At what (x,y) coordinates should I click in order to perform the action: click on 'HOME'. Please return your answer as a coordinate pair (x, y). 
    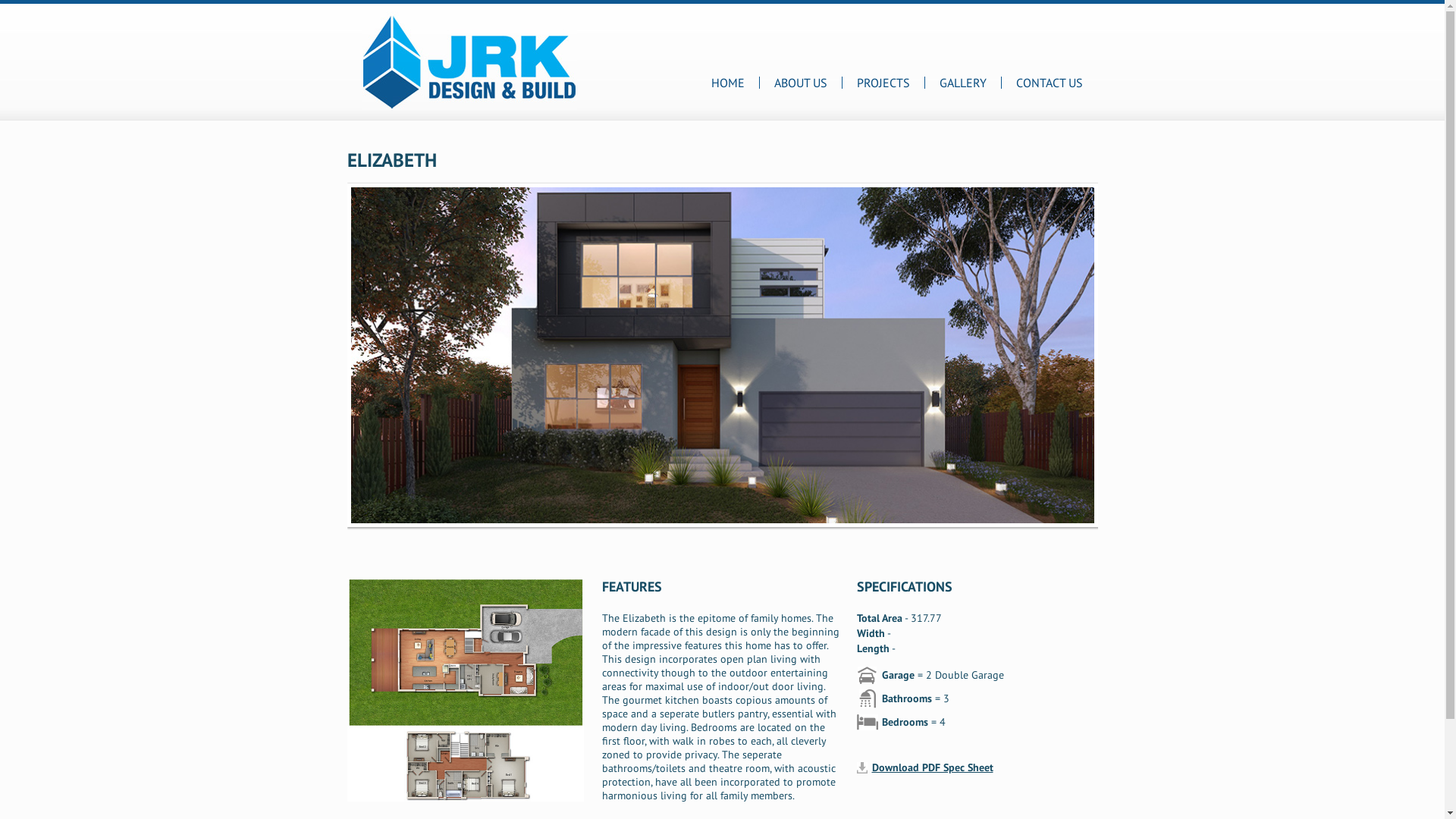
    Looking at the image, I should click on (695, 82).